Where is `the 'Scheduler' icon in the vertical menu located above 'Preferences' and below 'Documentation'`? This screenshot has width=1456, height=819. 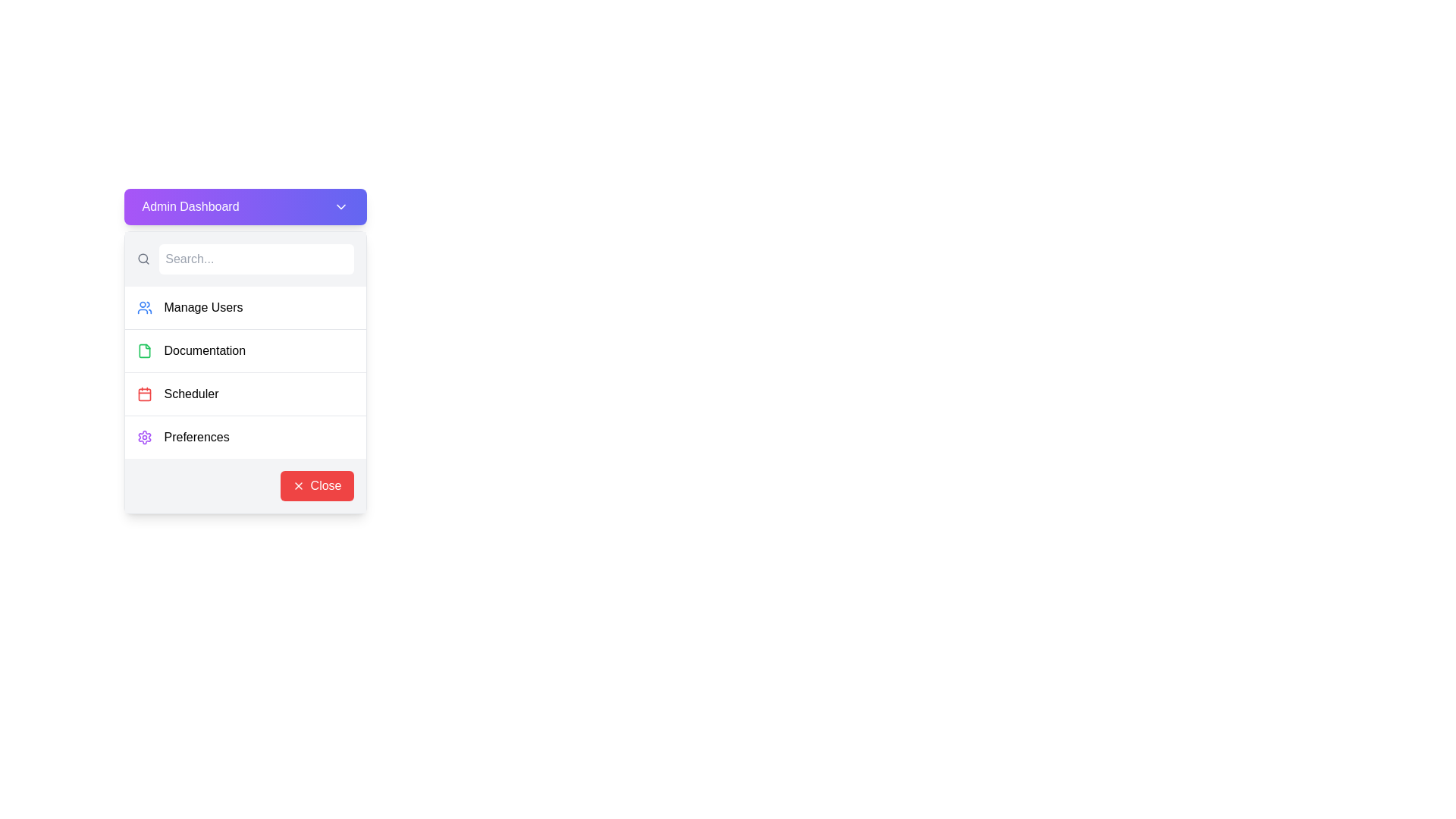
the 'Scheduler' icon in the vertical menu located above 'Preferences' and below 'Documentation' is located at coordinates (144, 394).